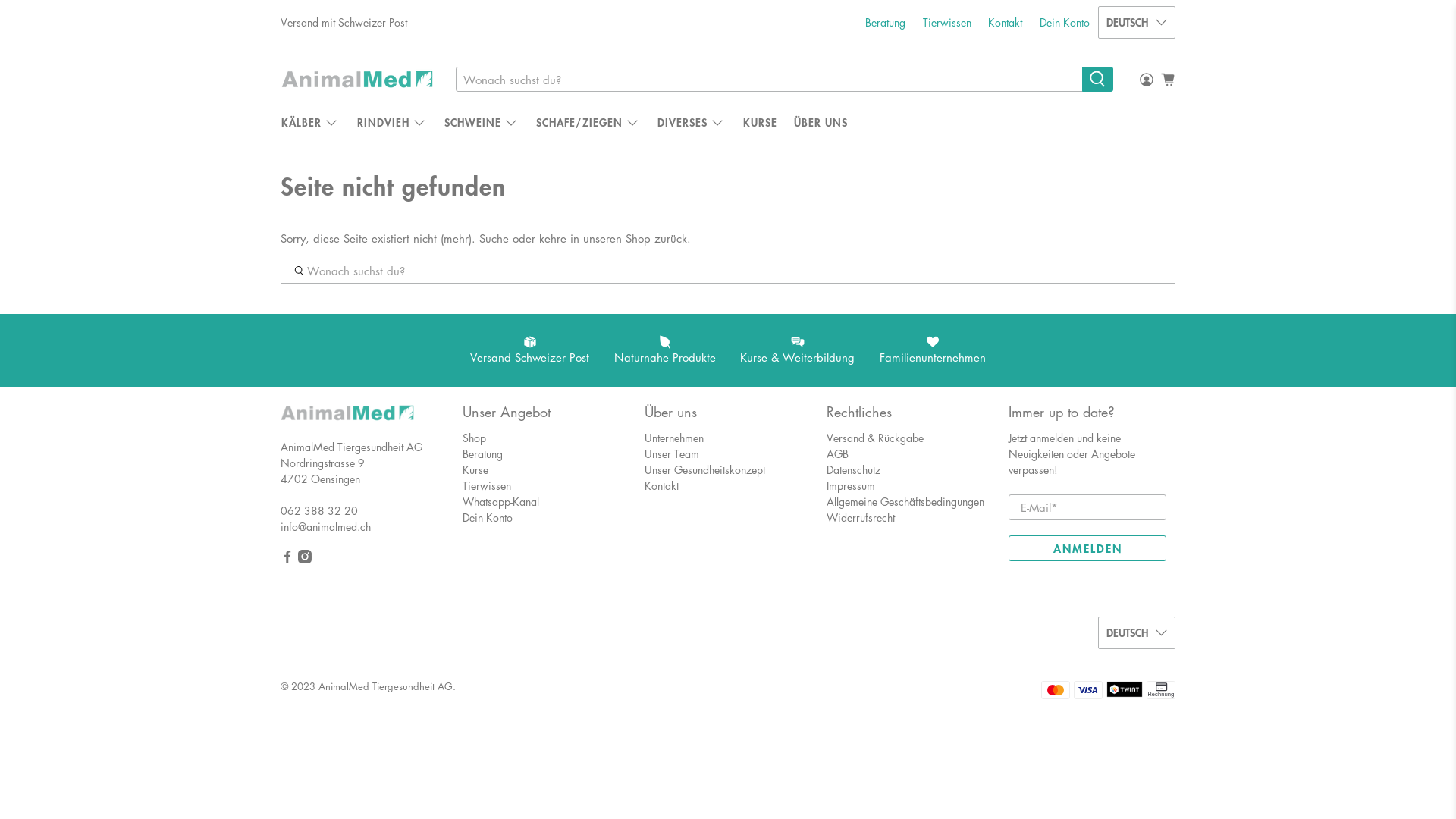  What do you see at coordinates (661, 485) in the screenshot?
I see `'Kontakt'` at bounding box center [661, 485].